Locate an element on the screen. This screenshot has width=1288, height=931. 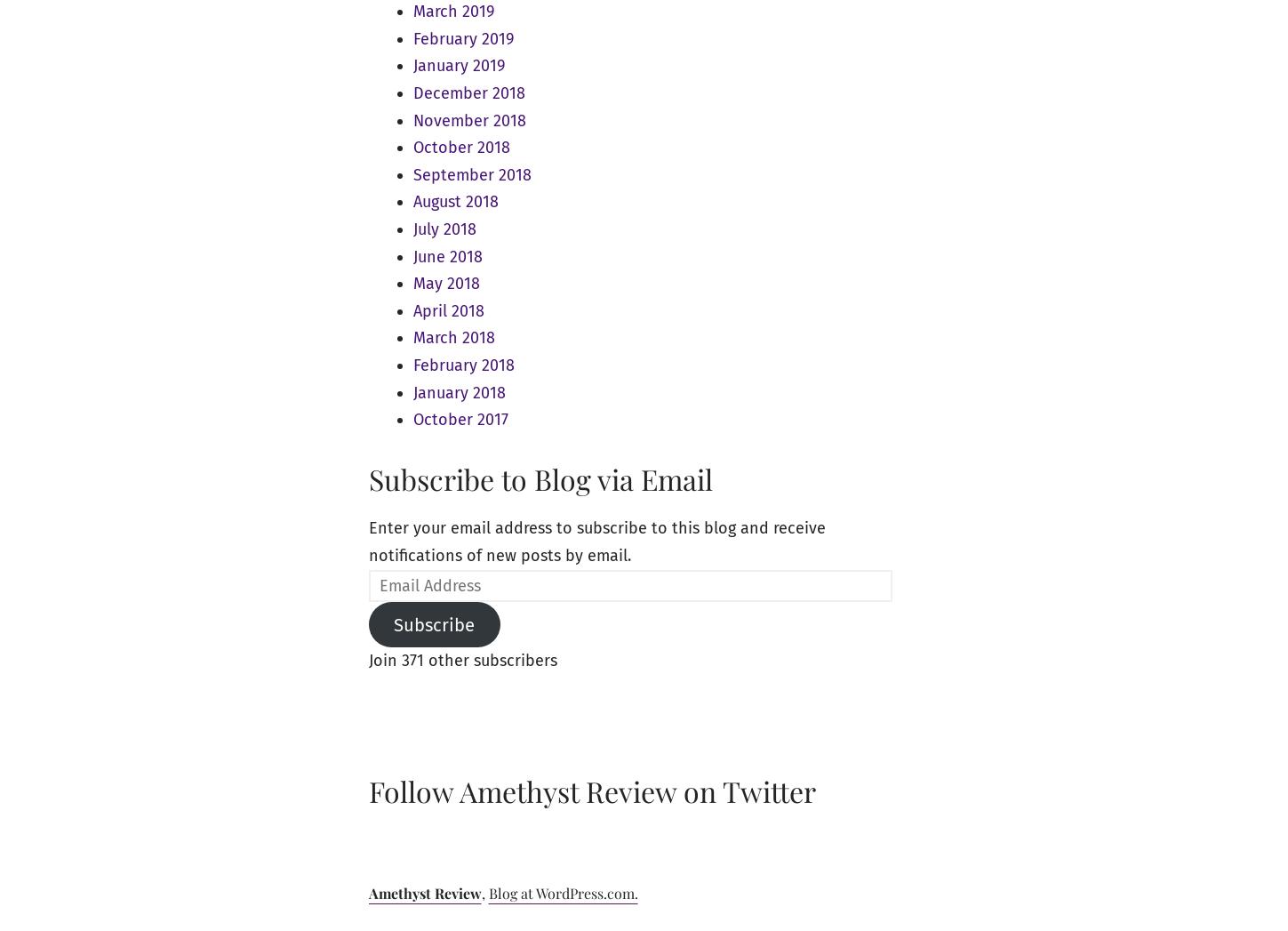
'August 2018' is located at coordinates (454, 200).